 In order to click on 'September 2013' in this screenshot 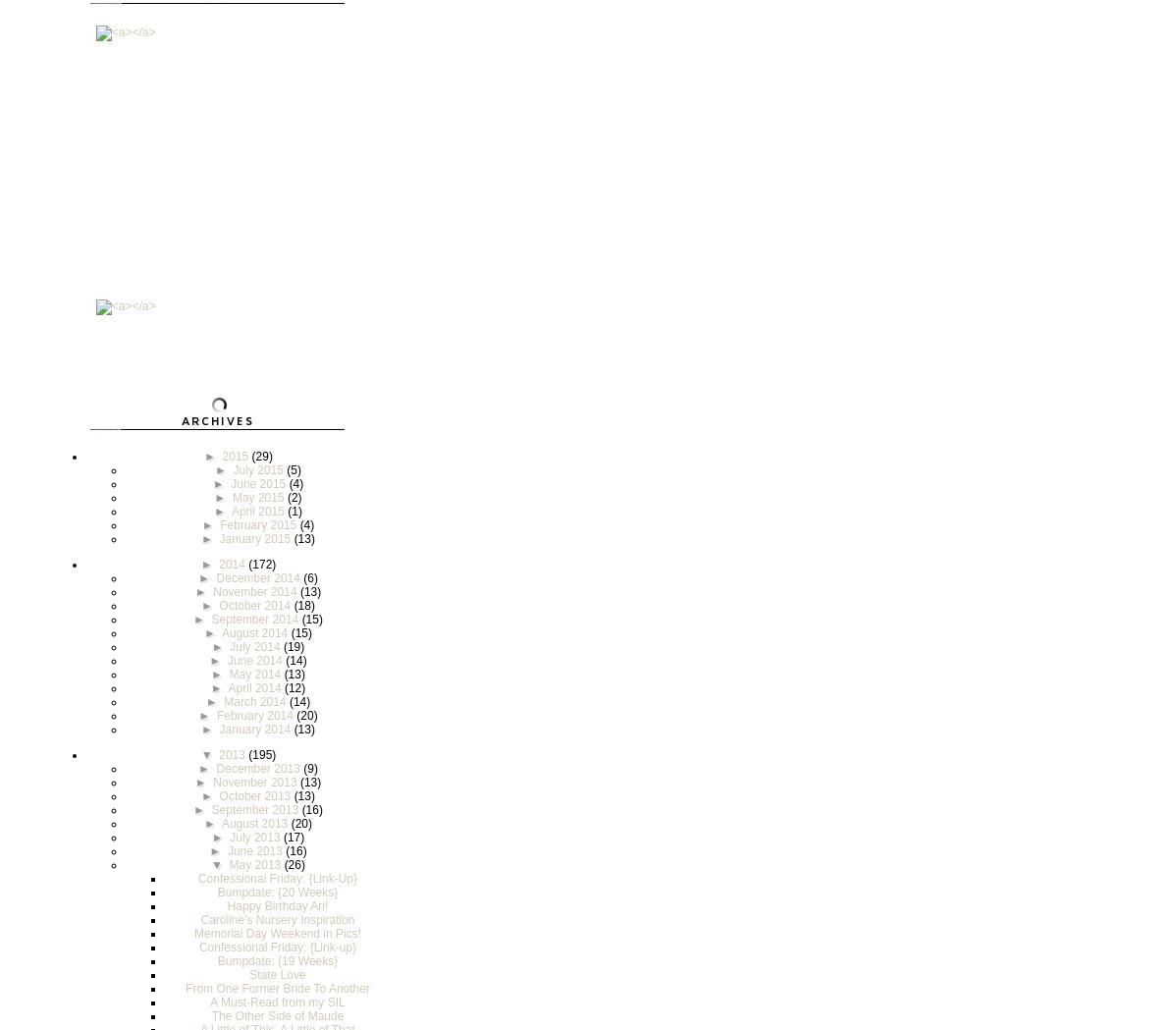, I will do `click(256, 809)`.